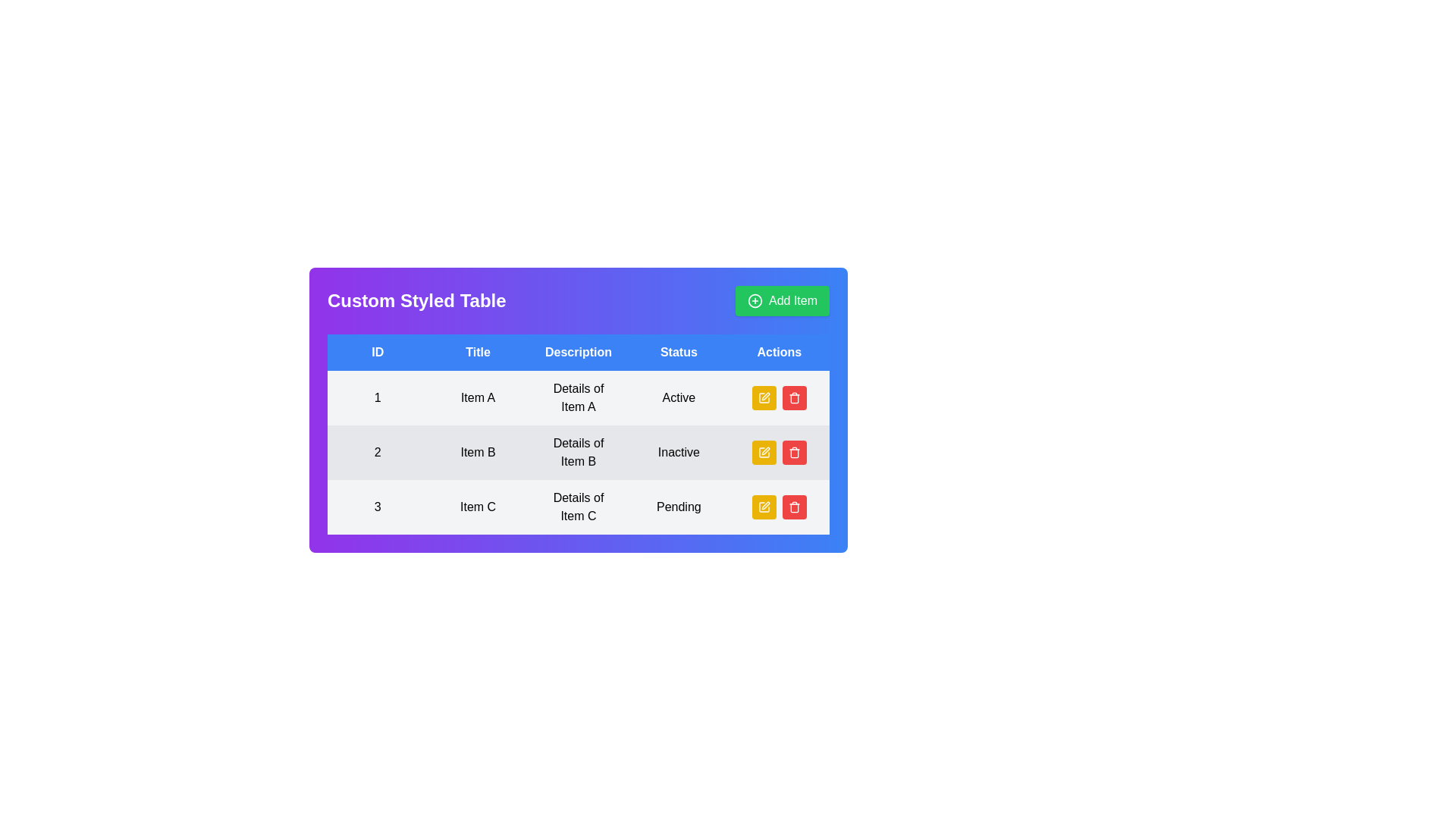 This screenshot has height=819, width=1456. I want to click on the yellow edit button in the 'Actions' column of the table for 'Item C', so click(779, 507).